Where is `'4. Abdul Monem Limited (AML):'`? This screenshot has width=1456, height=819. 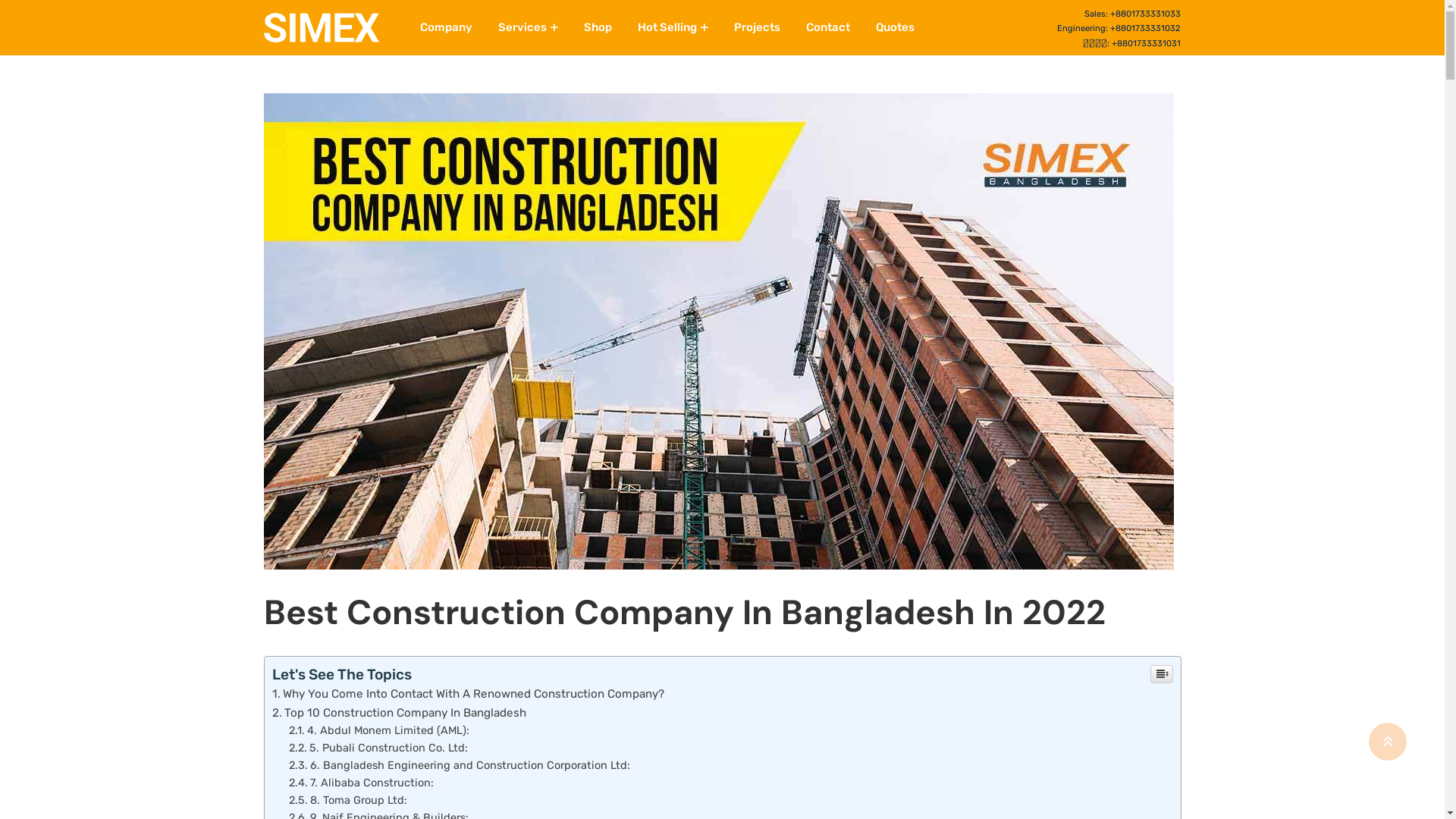
'4. Abdul Monem Limited (AML):' is located at coordinates (288, 730).